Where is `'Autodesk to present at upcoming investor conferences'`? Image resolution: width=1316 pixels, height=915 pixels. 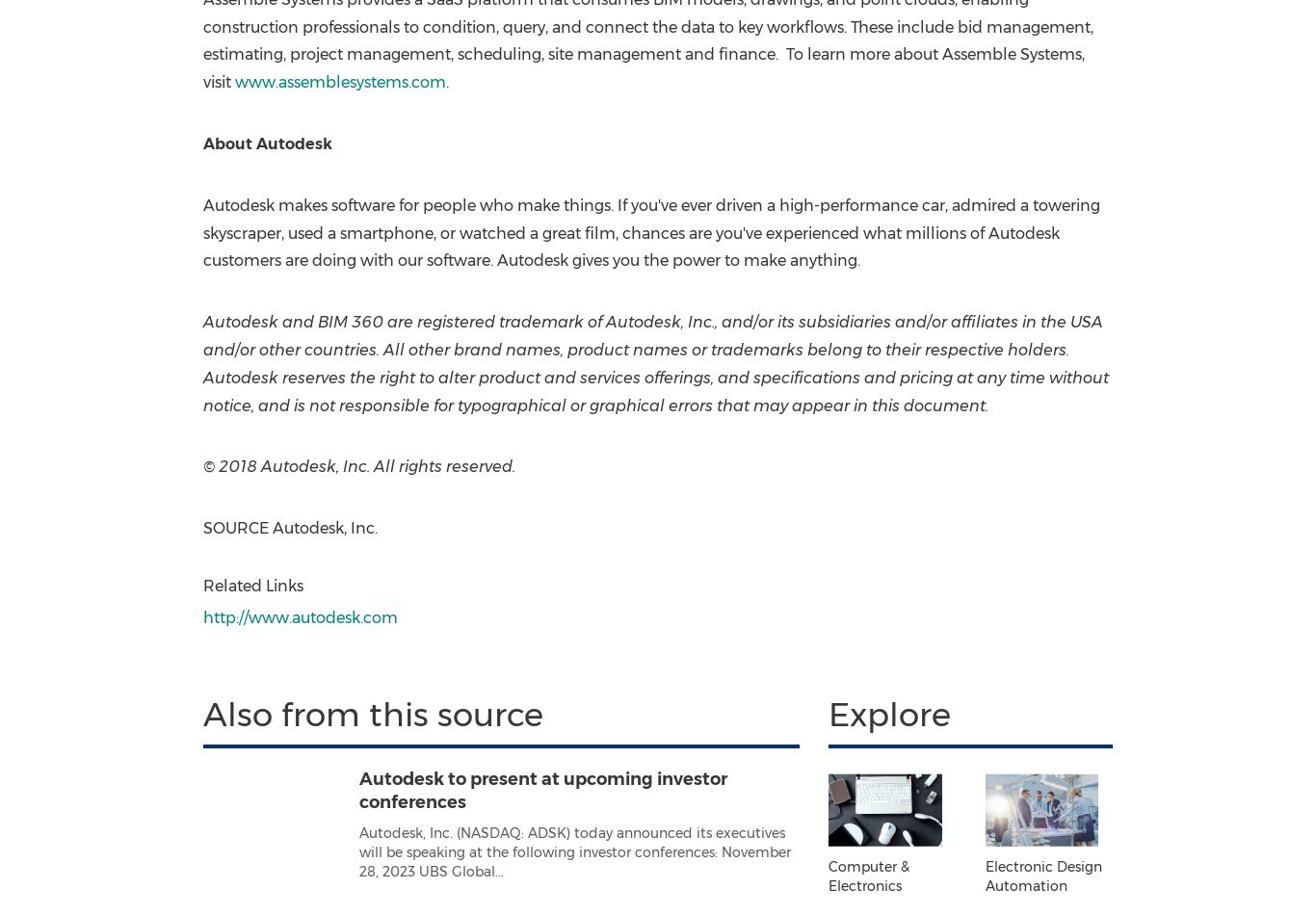
'Autodesk to present at upcoming investor conferences' is located at coordinates (356, 789).